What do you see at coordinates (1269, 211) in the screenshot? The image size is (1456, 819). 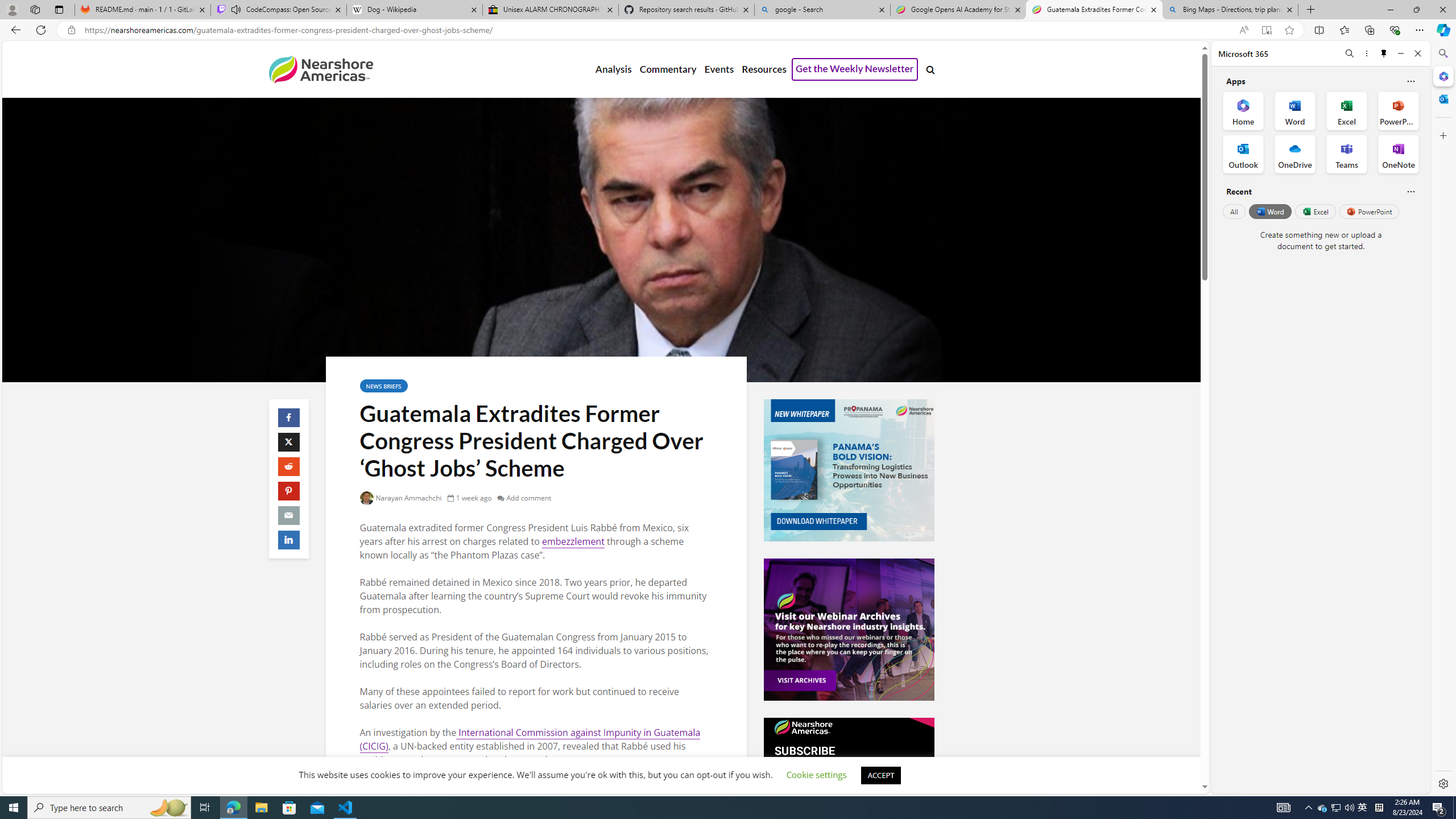 I see `'Word'` at bounding box center [1269, 211].